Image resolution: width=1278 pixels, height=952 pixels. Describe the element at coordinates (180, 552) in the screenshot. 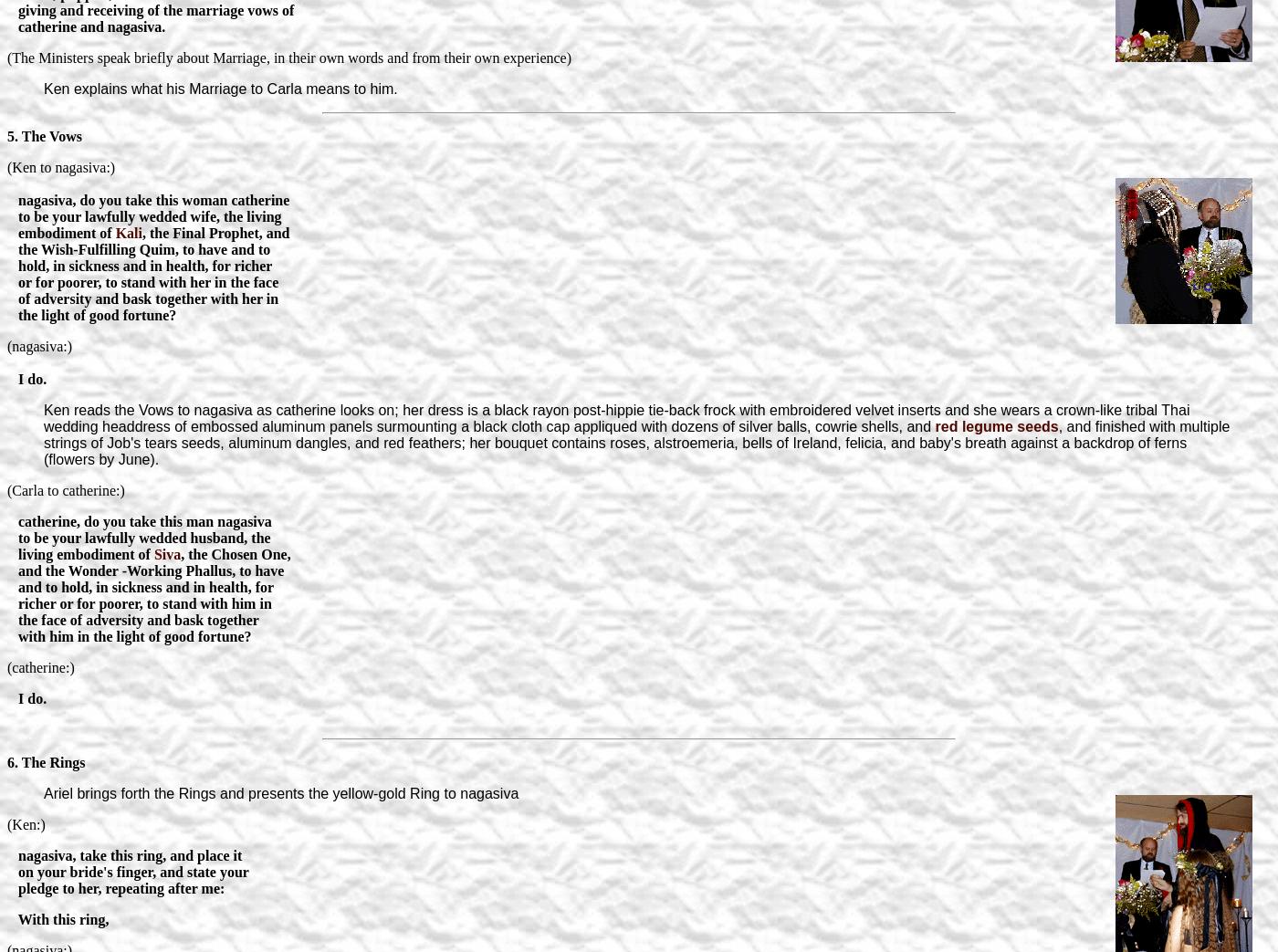

I see `', the Chosen One,'` at that location.